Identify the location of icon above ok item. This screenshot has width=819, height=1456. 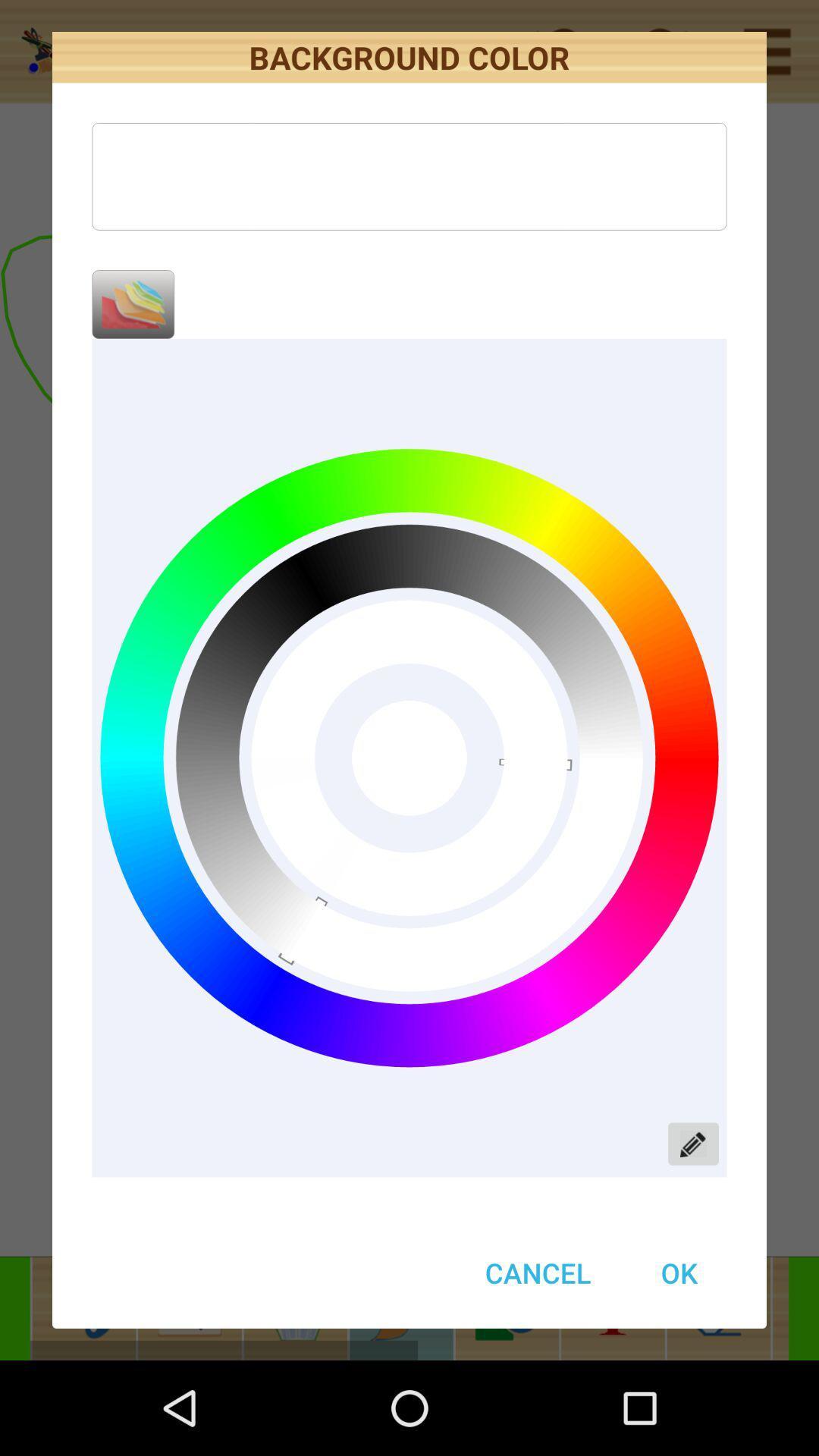
(693, 1144).